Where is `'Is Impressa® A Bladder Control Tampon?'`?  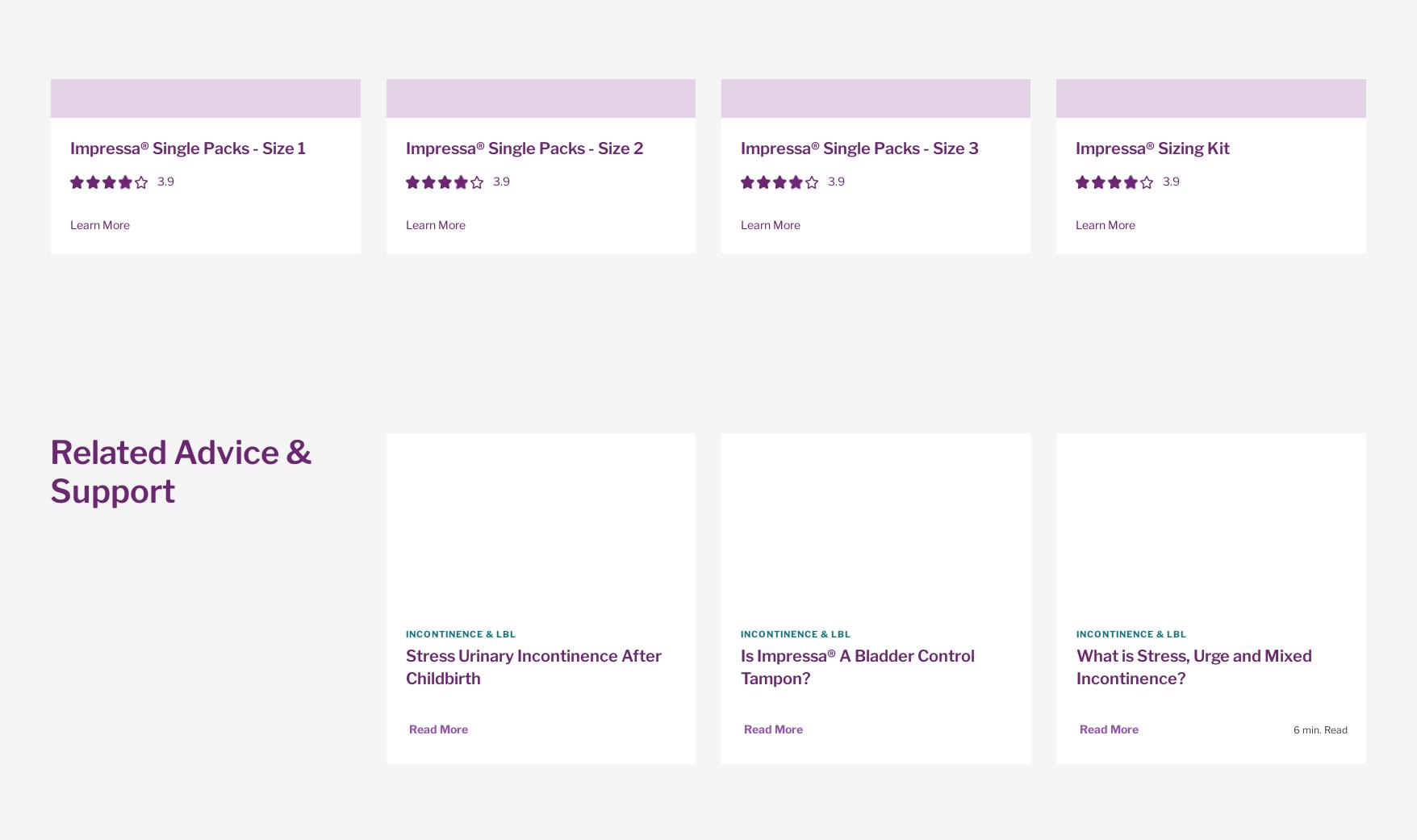 'Is Impressa® A Bladder Control Tampon?' is located at coordinates (857, 667).